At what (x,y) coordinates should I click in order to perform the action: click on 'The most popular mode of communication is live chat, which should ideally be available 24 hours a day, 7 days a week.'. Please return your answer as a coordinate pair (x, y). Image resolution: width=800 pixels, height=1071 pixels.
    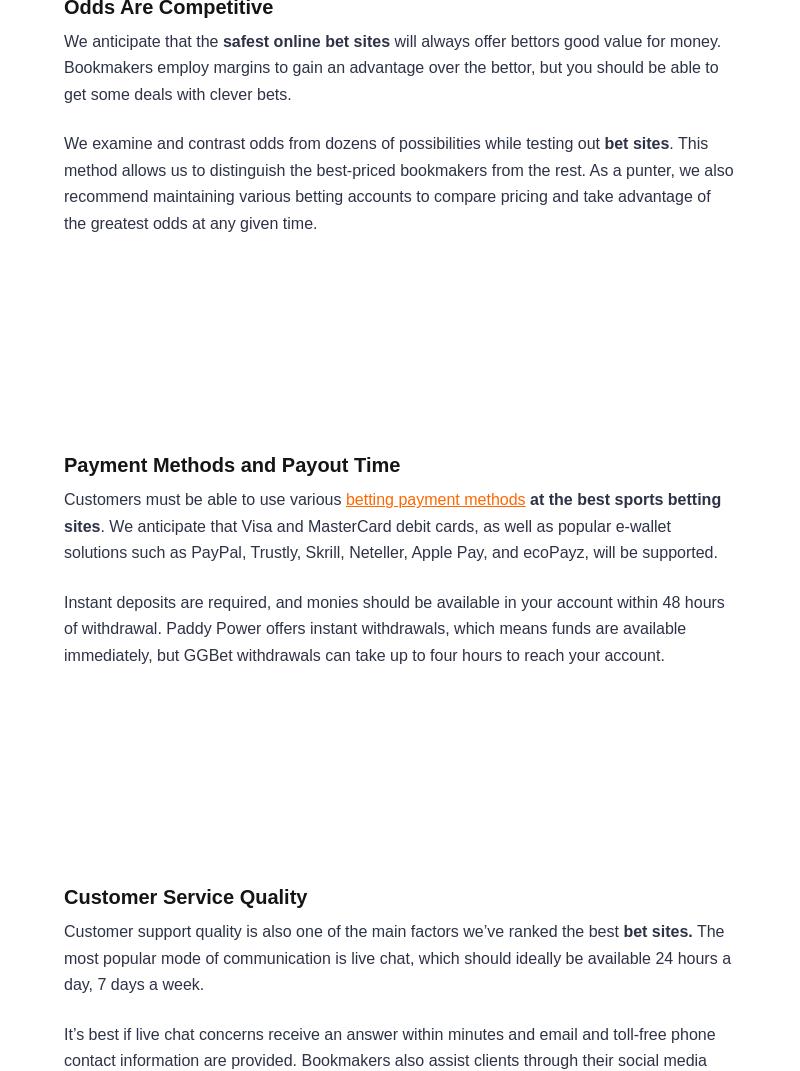
    Looking at the image, I should click on (396, 957).